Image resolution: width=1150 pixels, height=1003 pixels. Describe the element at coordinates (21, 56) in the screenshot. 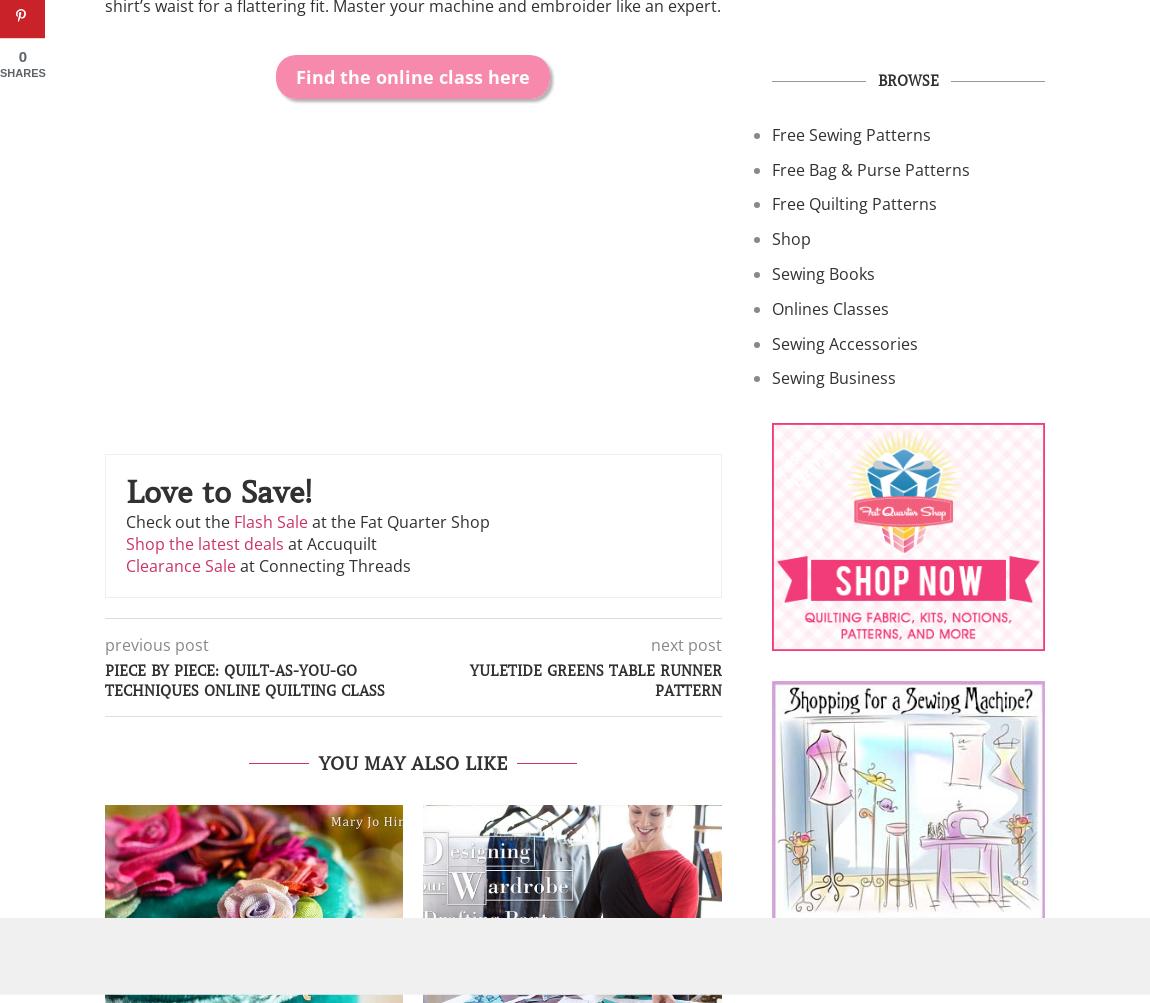

I see `'0'` at that location.